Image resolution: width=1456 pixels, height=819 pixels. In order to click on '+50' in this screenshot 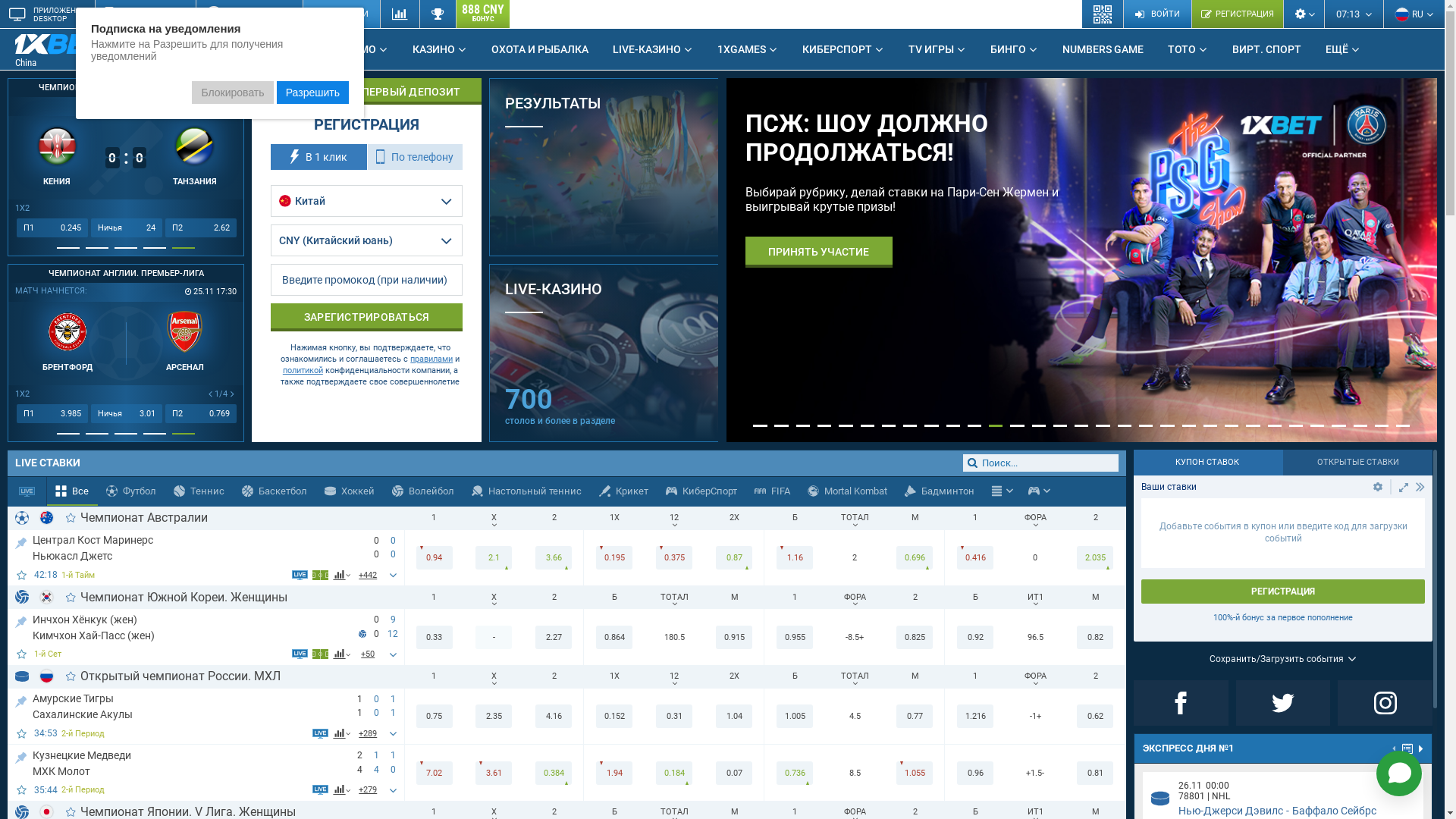, I will do `click(368, 654)`.